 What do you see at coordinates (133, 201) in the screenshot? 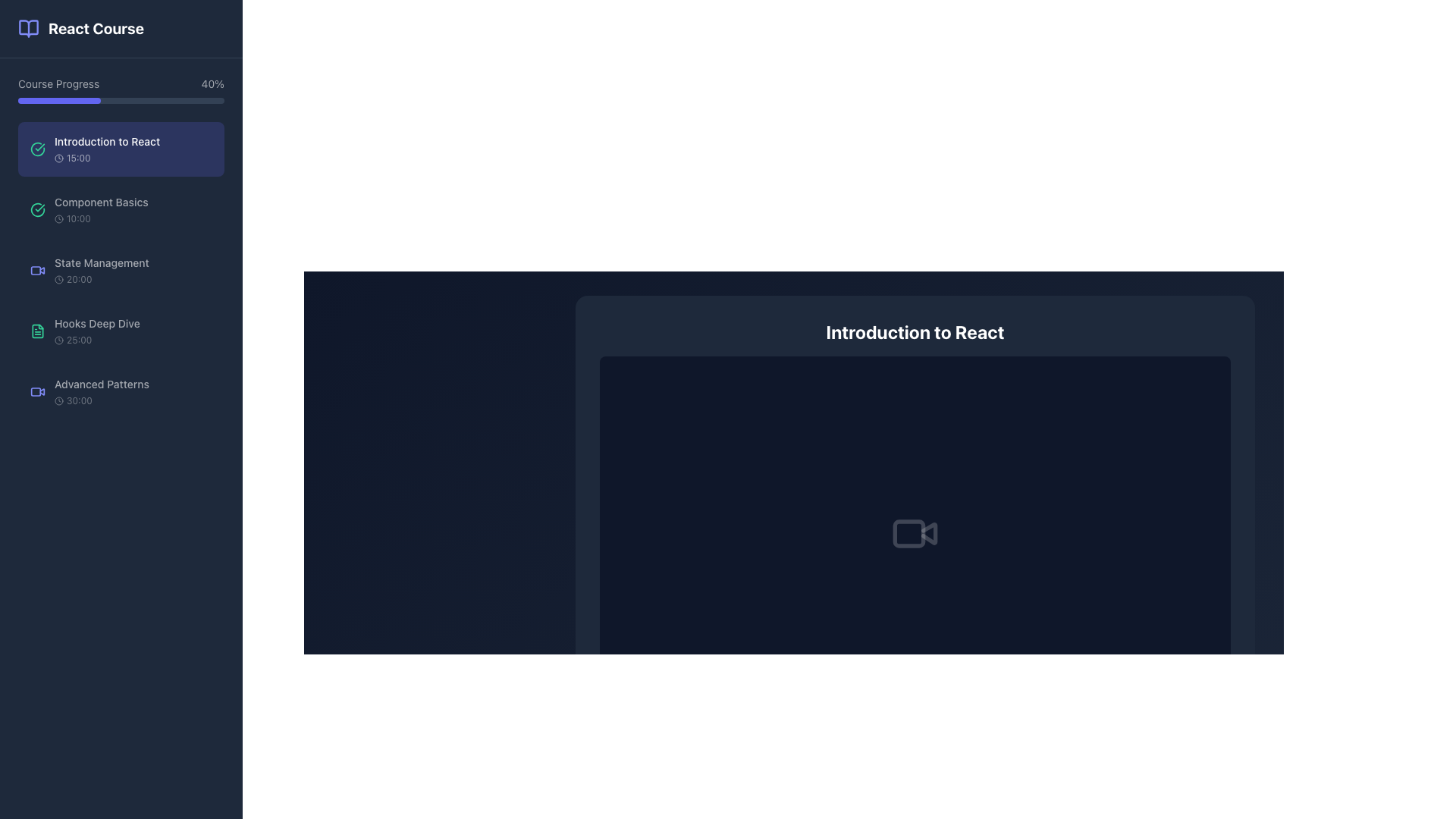
I see `the Text Label indicating the specific course module title positioned in the left sidebar, beneath 'Introduction to React' and above 'State Management'` at bounding box center [133, 201].